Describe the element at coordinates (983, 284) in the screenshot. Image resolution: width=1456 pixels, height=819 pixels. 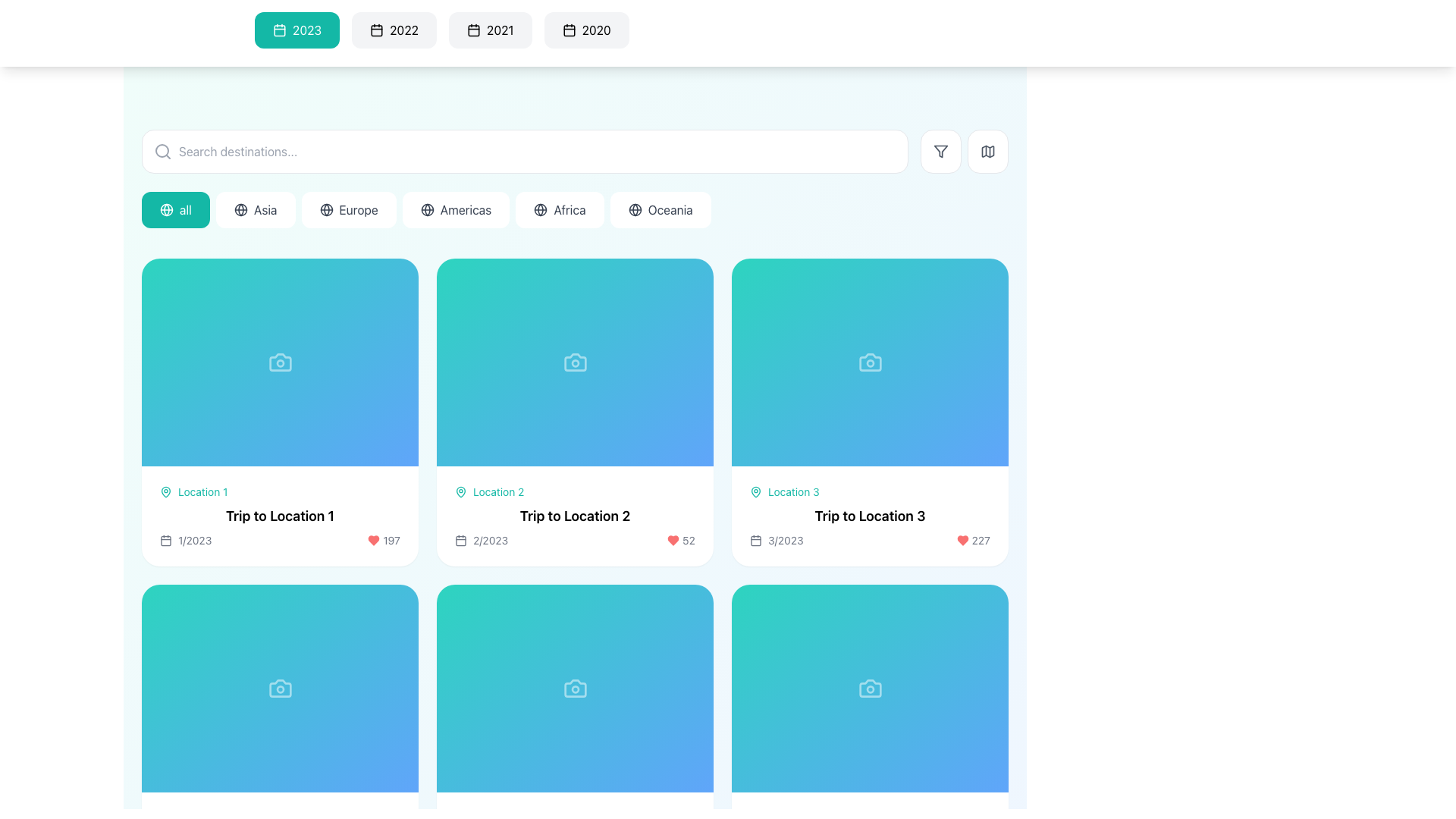
I see `the circular sharing button located in the top-right corner of the interface to observe the hover effect` at that location.